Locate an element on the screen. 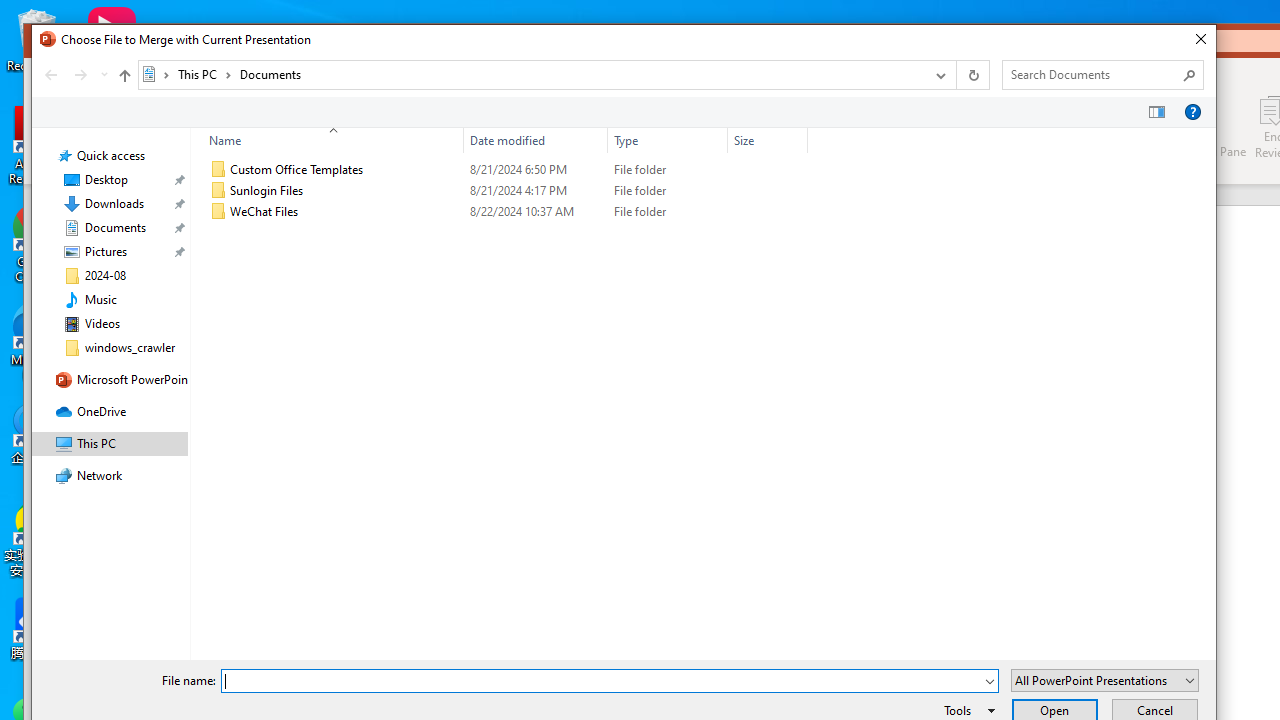 The height and width of the screenshot is (720, 1280). 'Sunlogin Files' is located at coordinates (504, 191).